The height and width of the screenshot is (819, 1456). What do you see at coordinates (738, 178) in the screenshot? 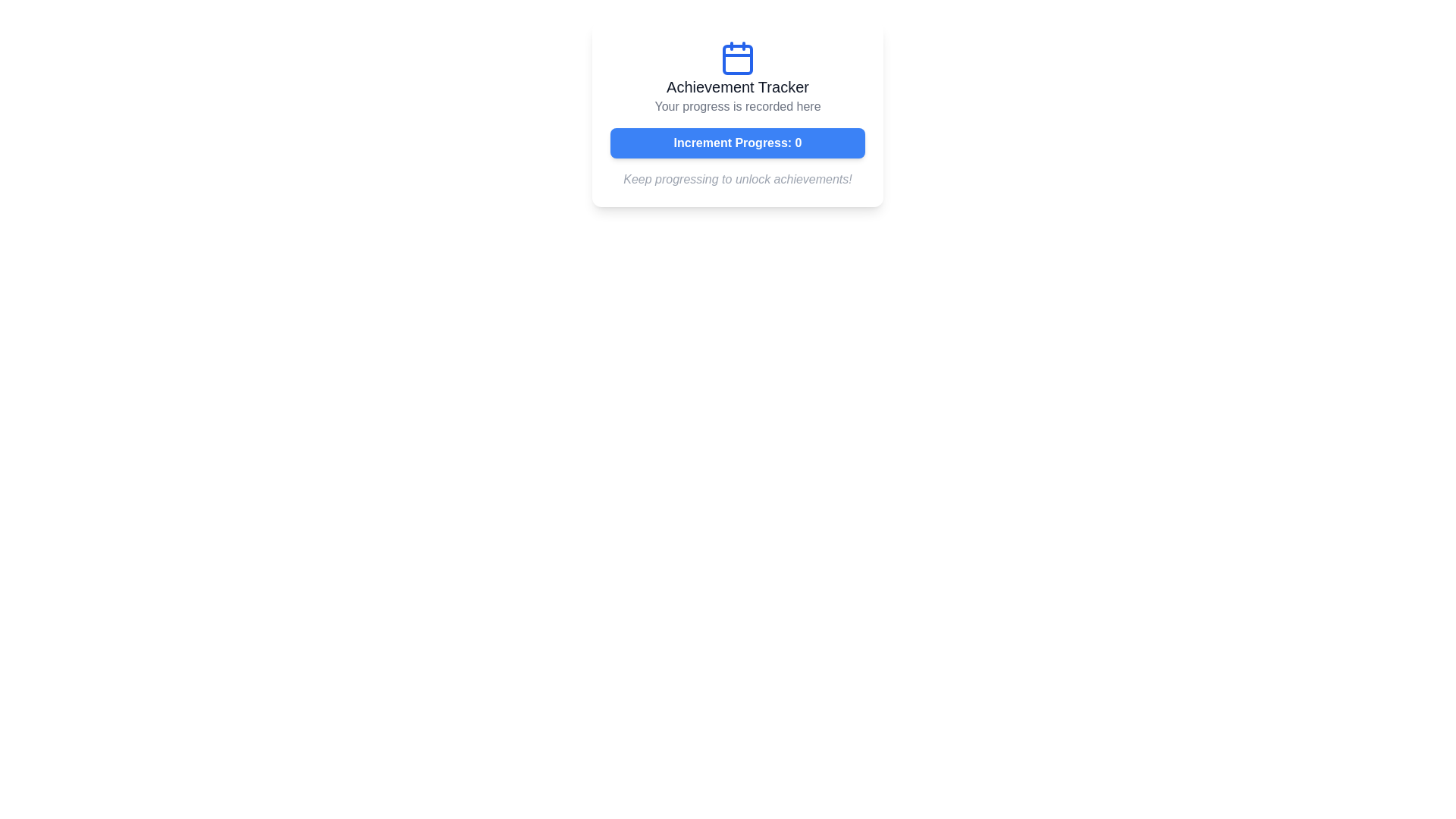
I see `the informational static text that encourages users to continue their progress to unlock achievements, located below the 'Increment Progress: 0' button in the 'Achievement Tracker' card` at bounding box center [738, 178].